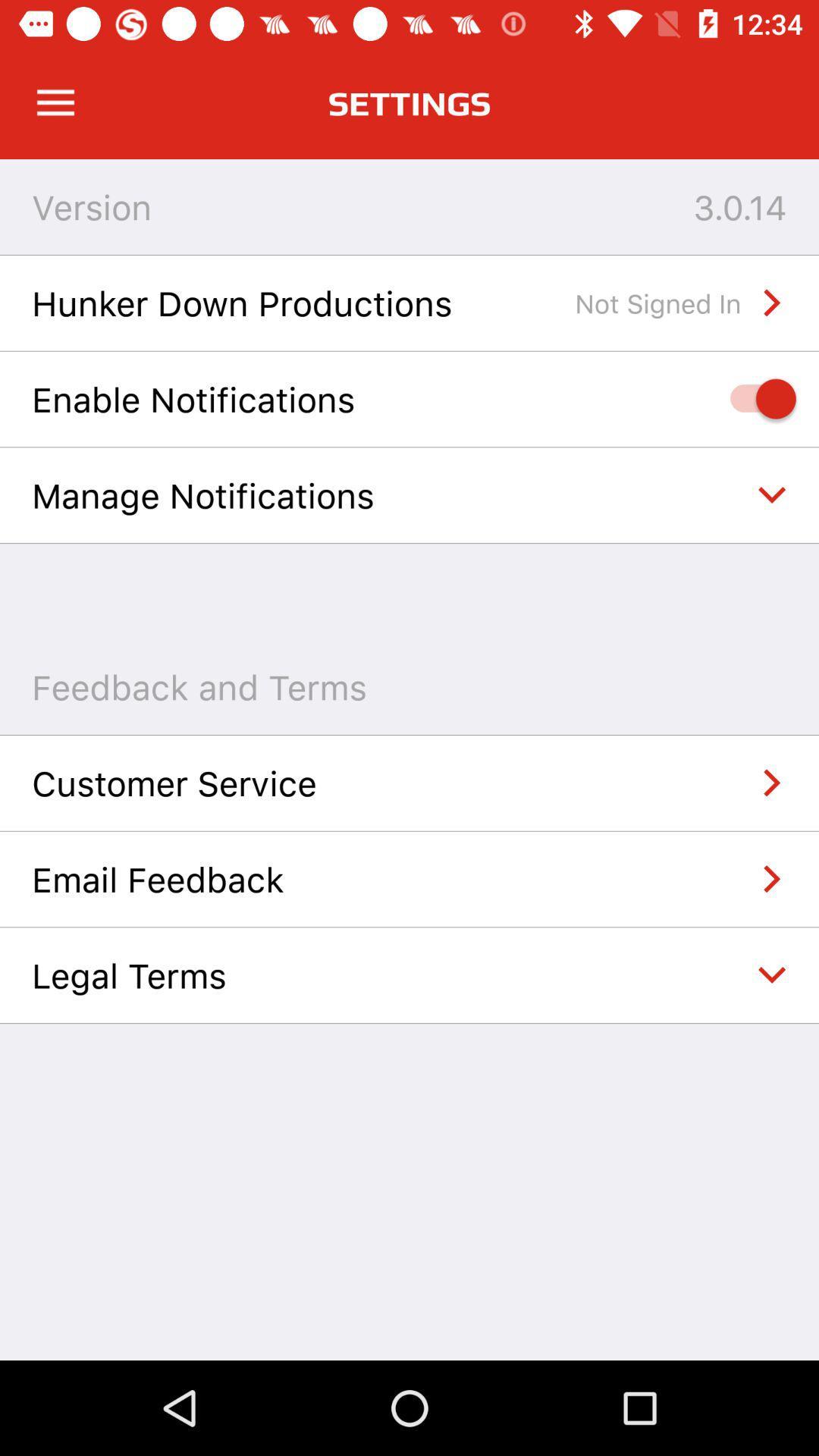 The width and height of the screenshot is (819, 1456). What do you see at coordinates (55, 102) in the screenshot?
I see `menu` at bounding box center [55, 102].